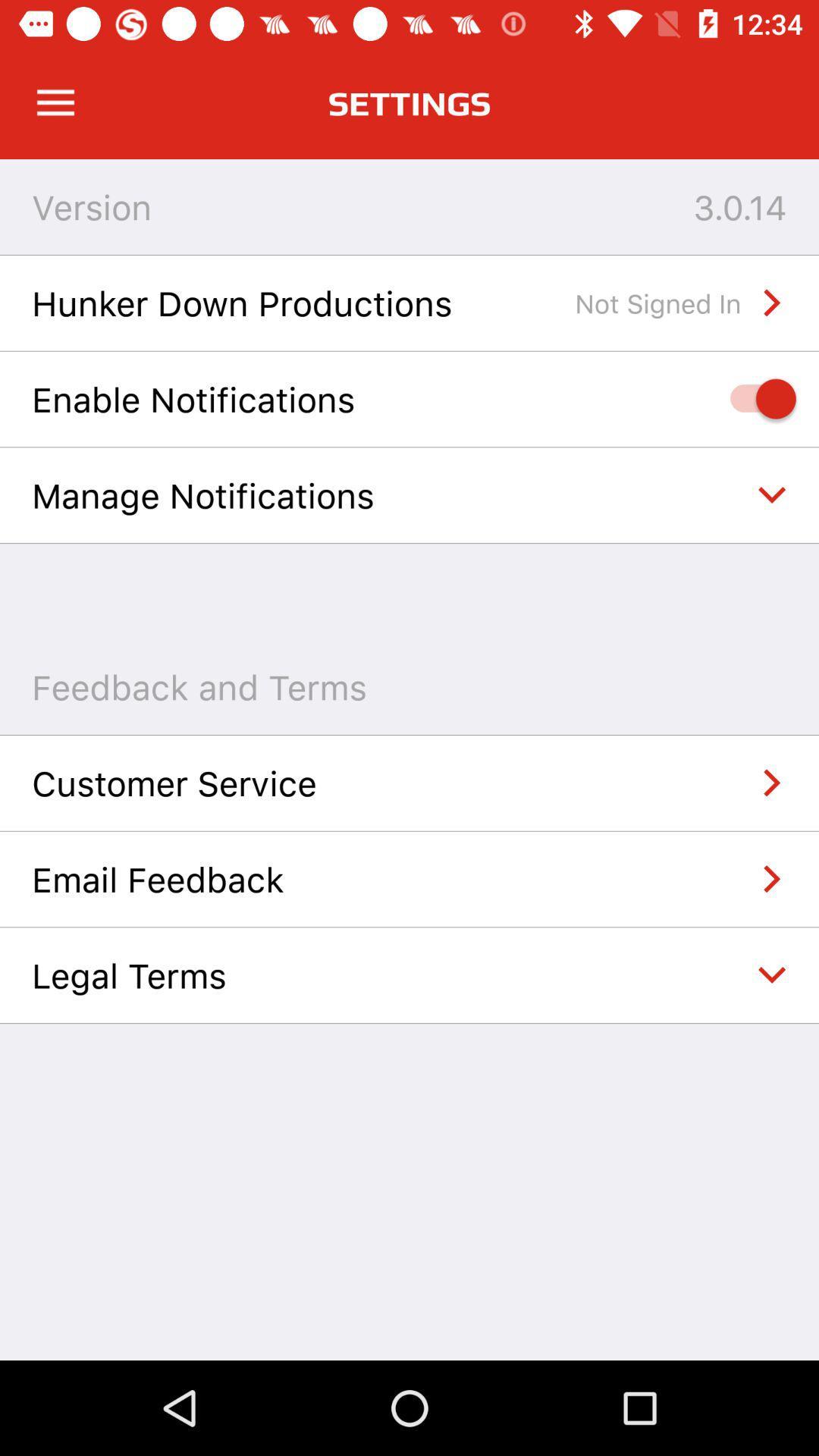 The width and height of the screenshot is (819, 1456). What do you see at coordinates (55, 102) in the screenshot?
I see `menu` at bounding box center [55, 102].